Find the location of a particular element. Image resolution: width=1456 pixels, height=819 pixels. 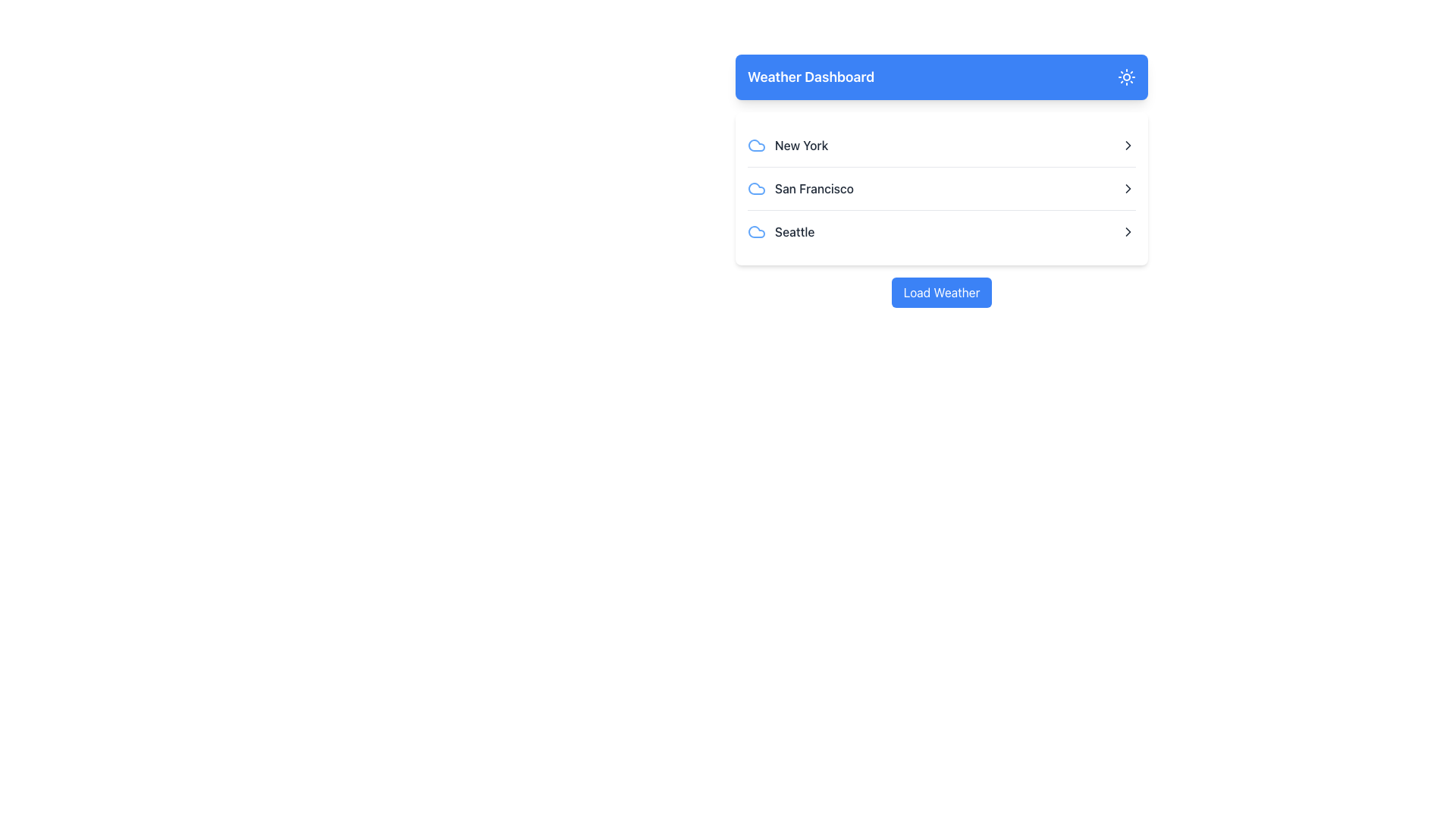

the 'Load Weather' button is located at coordinates (941, 292).